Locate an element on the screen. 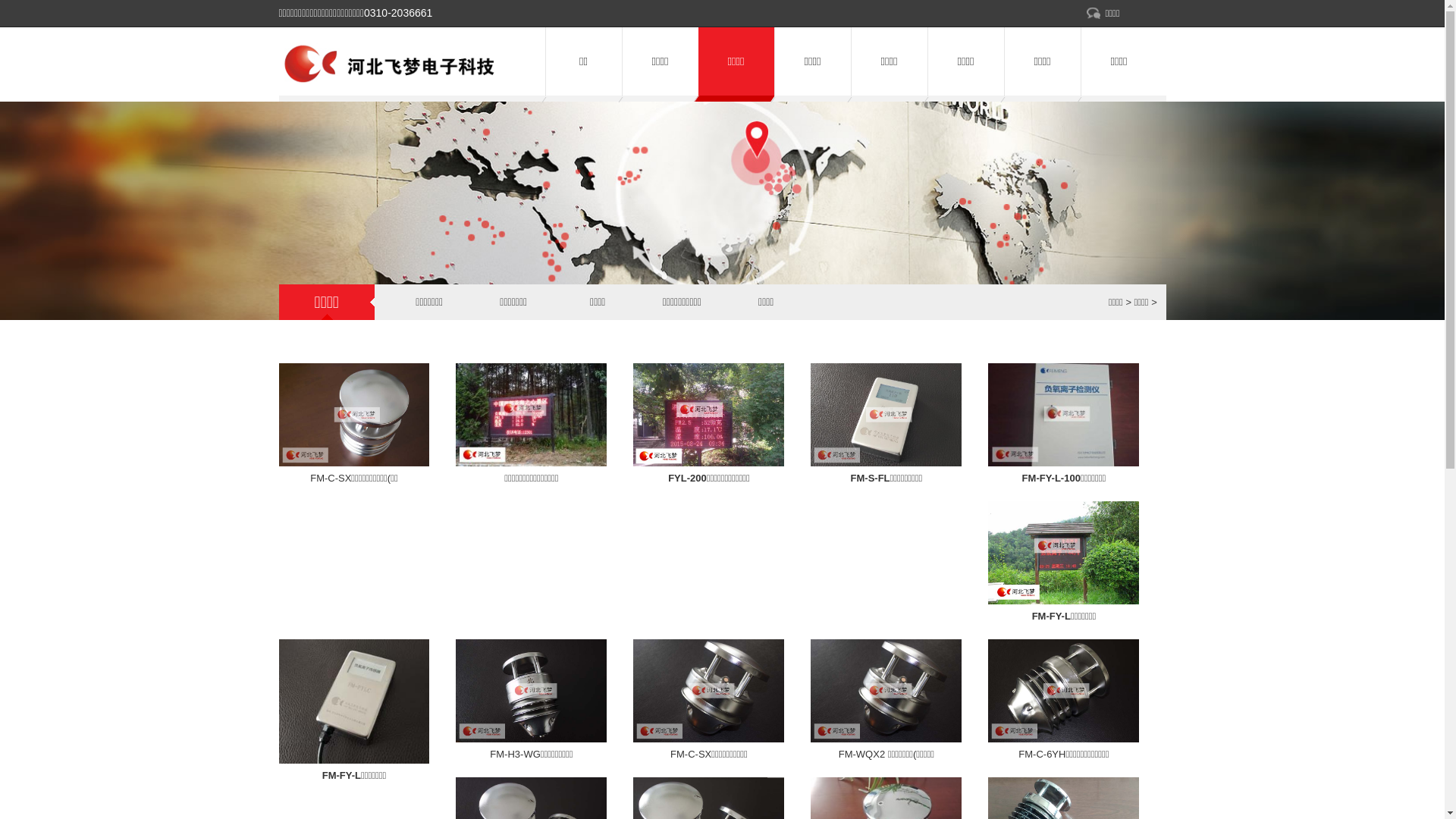 The height and width of the screenshot is (819, 1456). '0310-2036661' is located at coordinates (364, 12).